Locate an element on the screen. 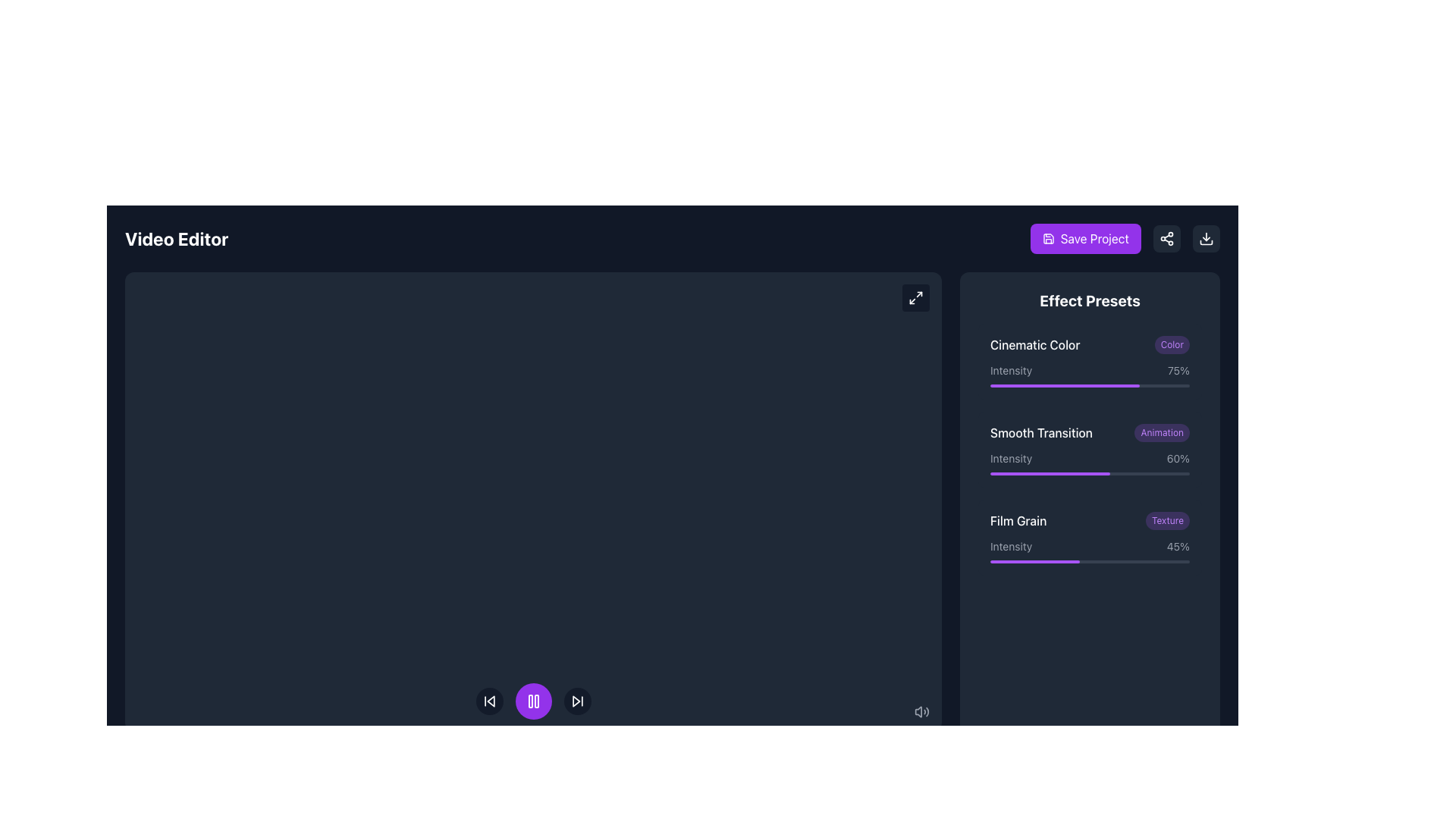 This screenshot has height=819, width=1456. the 'Pause' button icon located at the bottom center of the media player interface is located at coordinates (533, 701).